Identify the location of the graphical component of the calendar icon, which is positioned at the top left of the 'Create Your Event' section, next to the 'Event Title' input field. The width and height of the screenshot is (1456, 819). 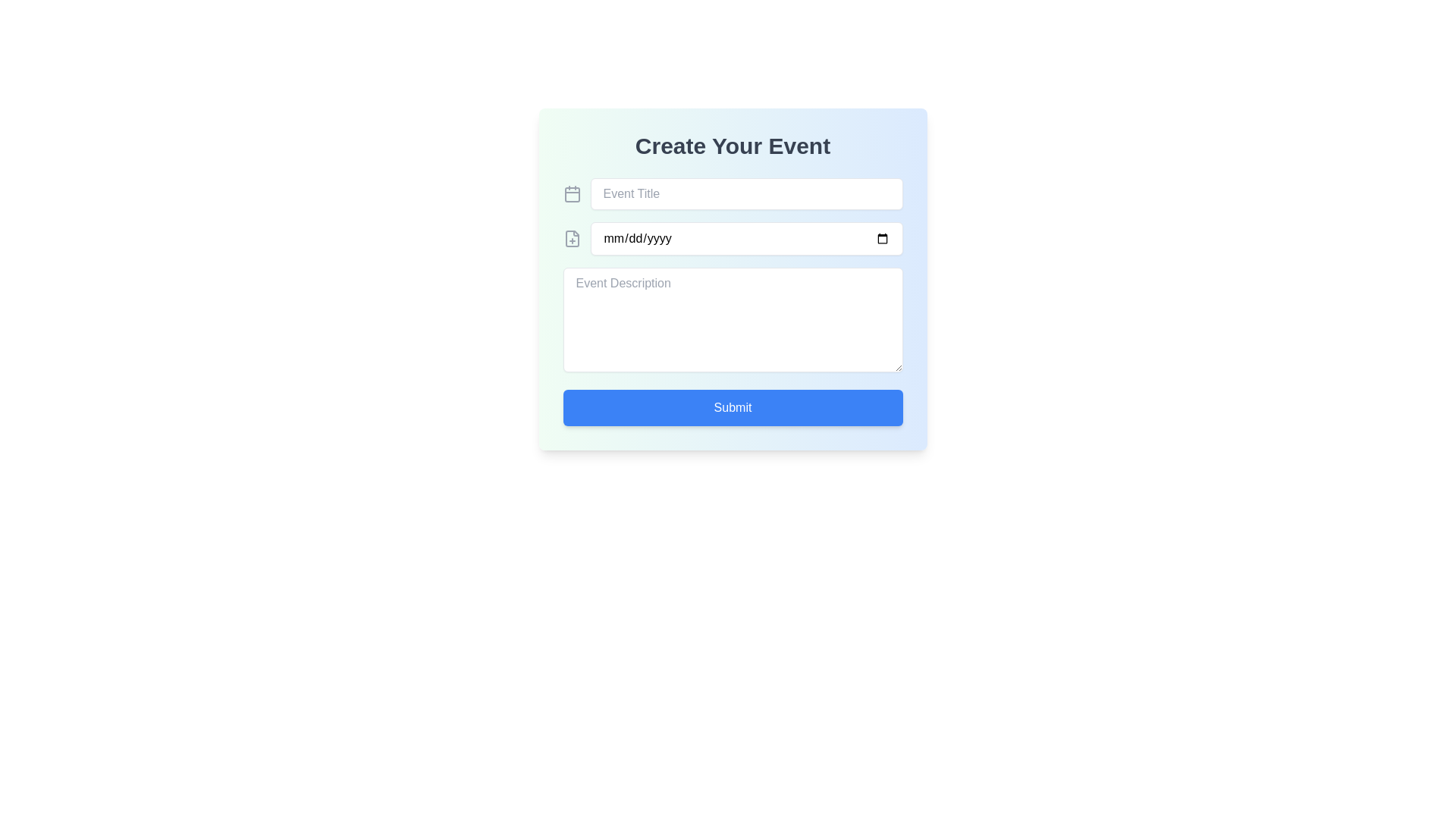
(571, 194).